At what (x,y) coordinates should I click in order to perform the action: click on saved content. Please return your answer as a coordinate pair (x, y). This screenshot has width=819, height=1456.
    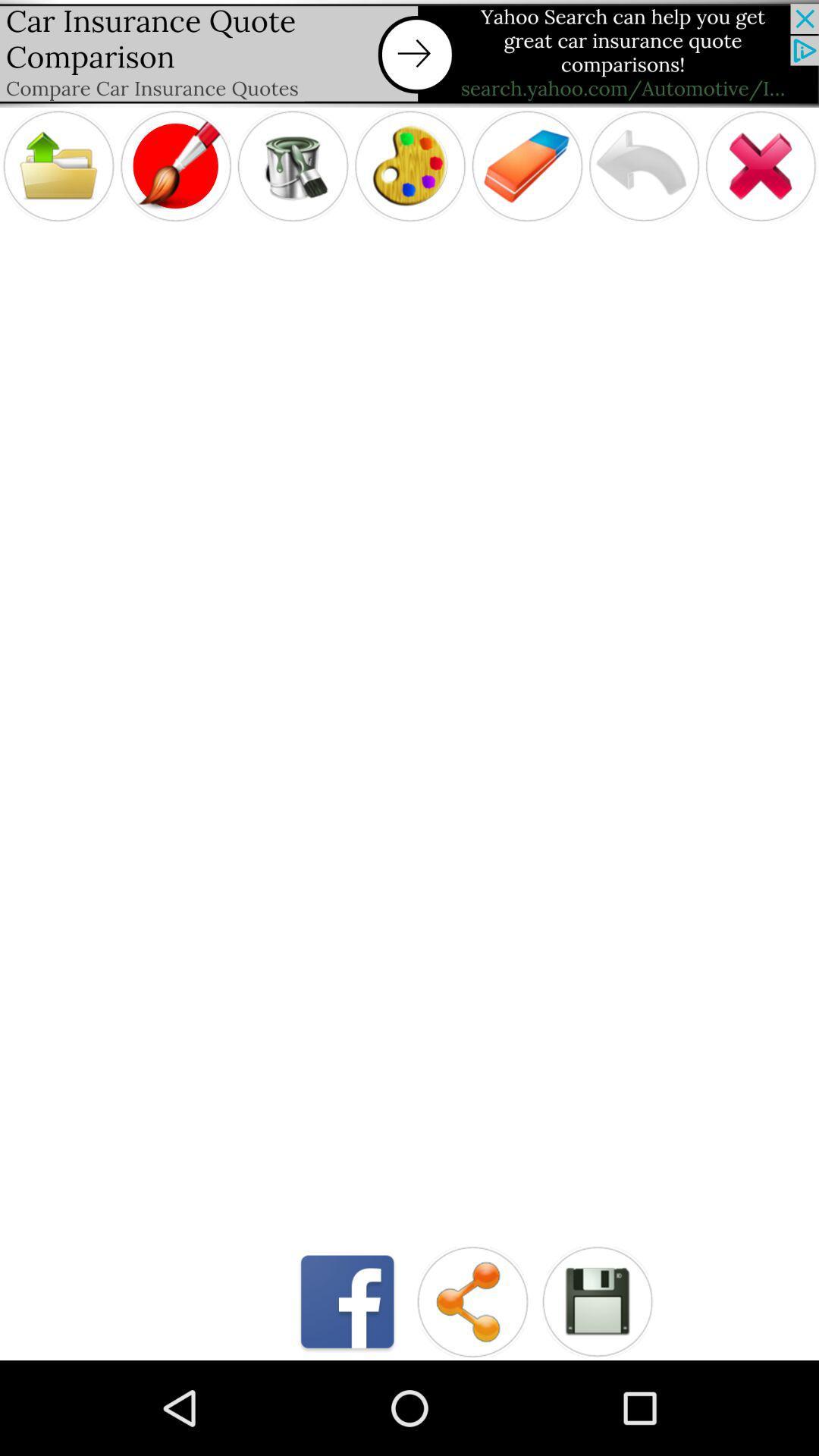
    Looking at the image, I should click on (596, 1301).